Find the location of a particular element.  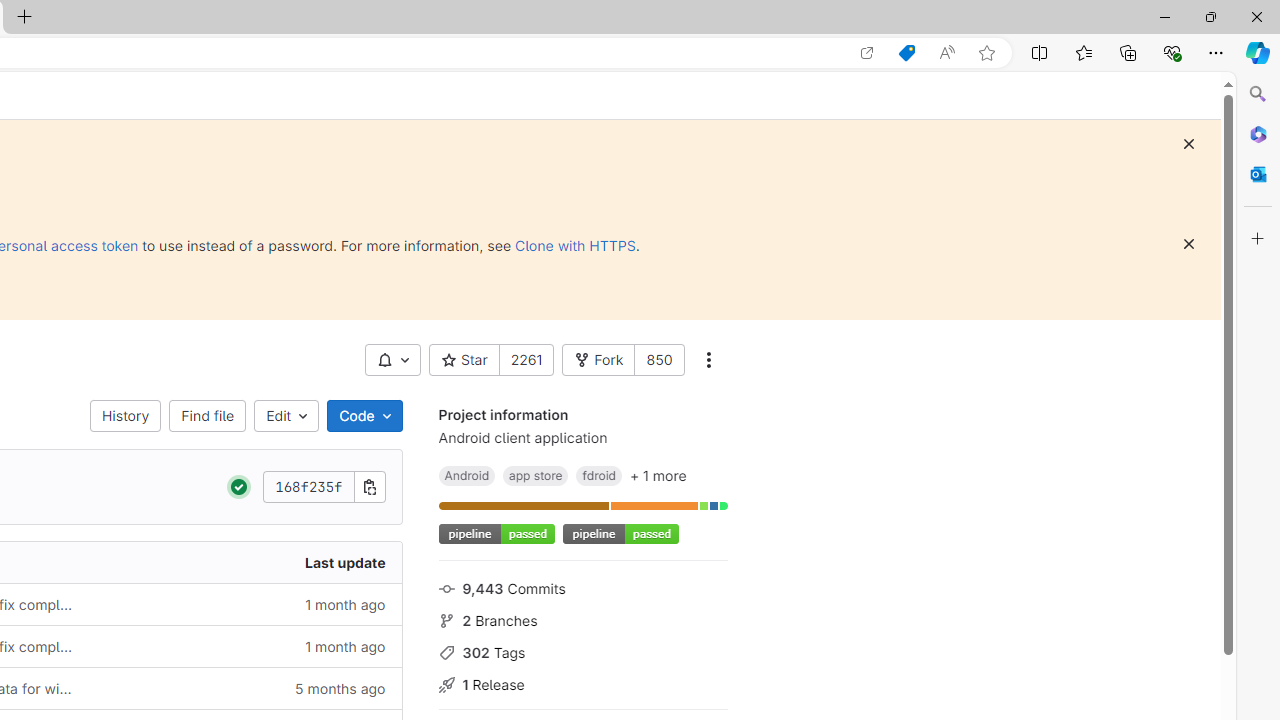

'+ 1 more' is located at coordinates (657, 475).